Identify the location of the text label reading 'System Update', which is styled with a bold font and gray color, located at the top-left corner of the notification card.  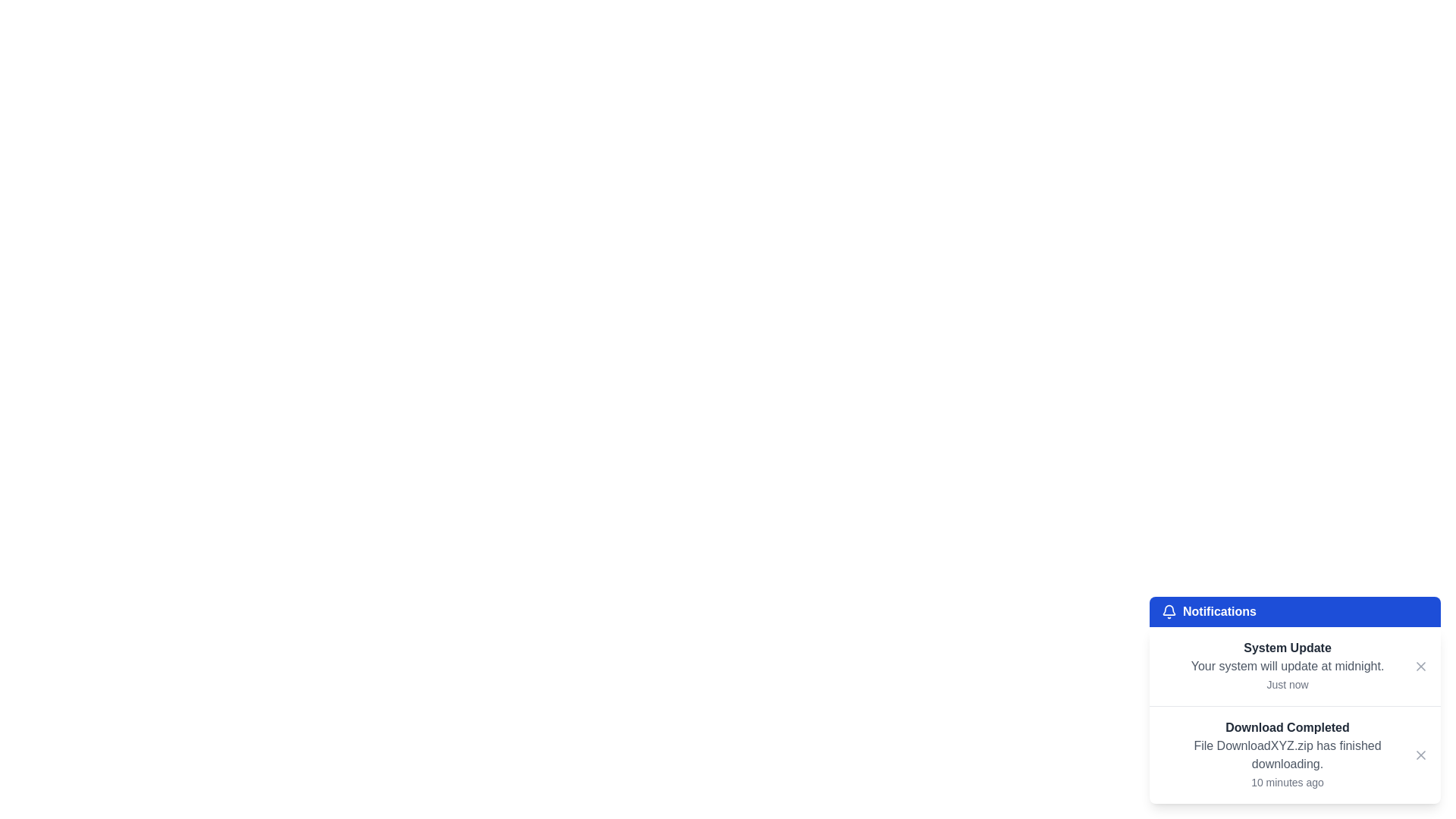
(1287, 648).